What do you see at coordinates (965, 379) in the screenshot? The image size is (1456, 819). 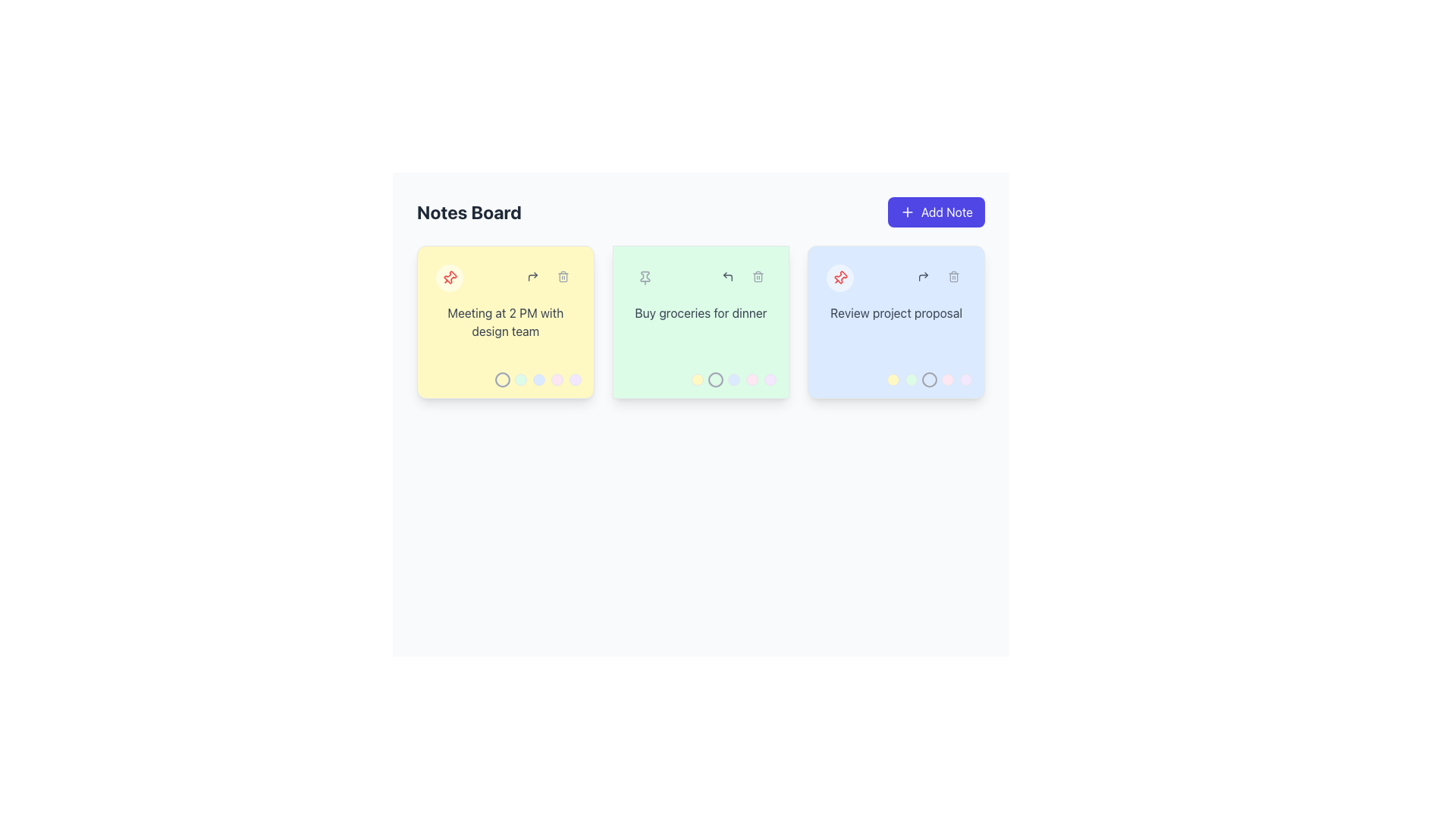 I see `the small circular button with a purple background and a gray border located at the bottom-right corner of the light blue card` at bounding box center [965, 379].